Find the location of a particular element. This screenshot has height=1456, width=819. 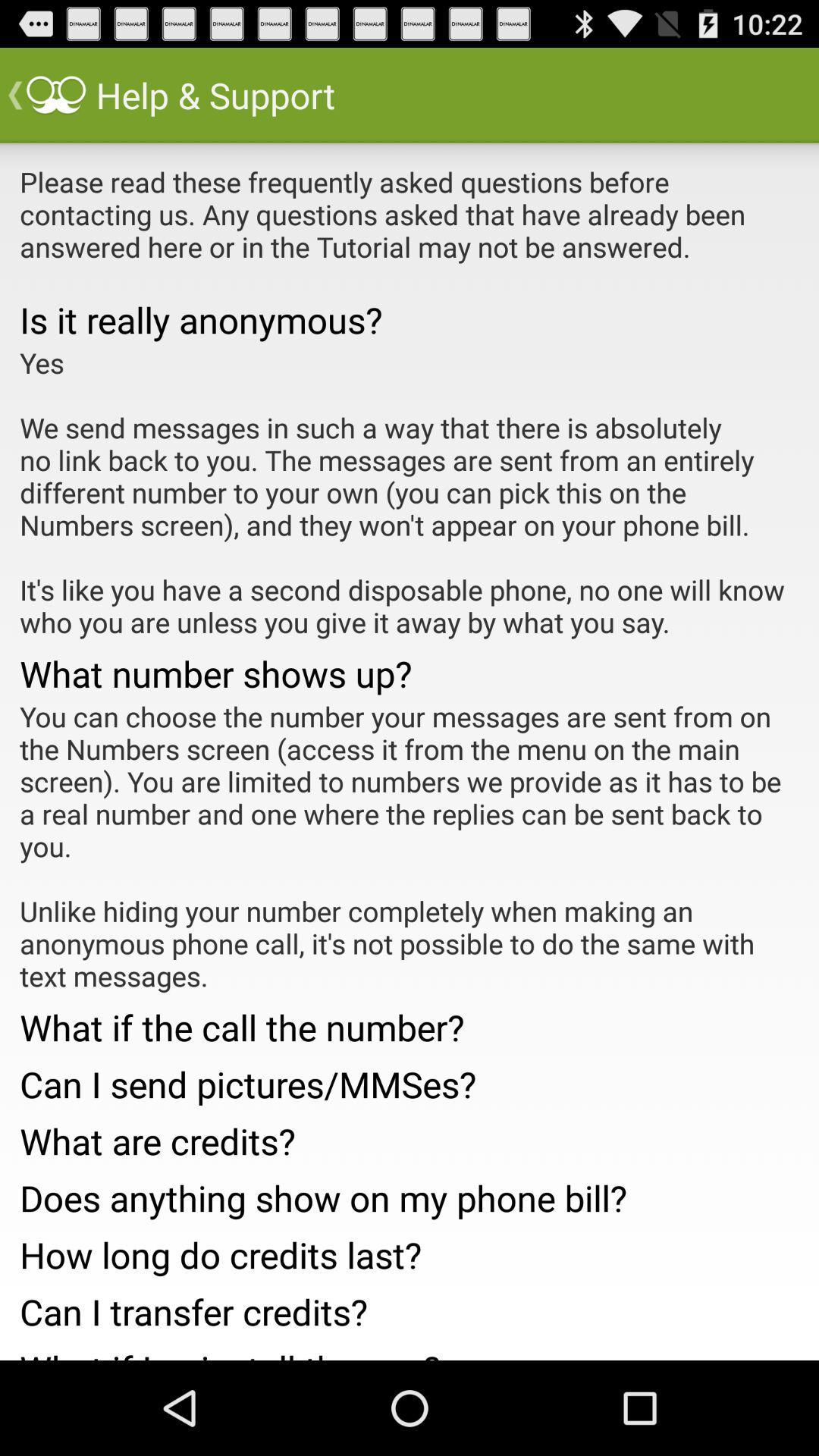

the yes we send item is located at coordinates (409, 492).